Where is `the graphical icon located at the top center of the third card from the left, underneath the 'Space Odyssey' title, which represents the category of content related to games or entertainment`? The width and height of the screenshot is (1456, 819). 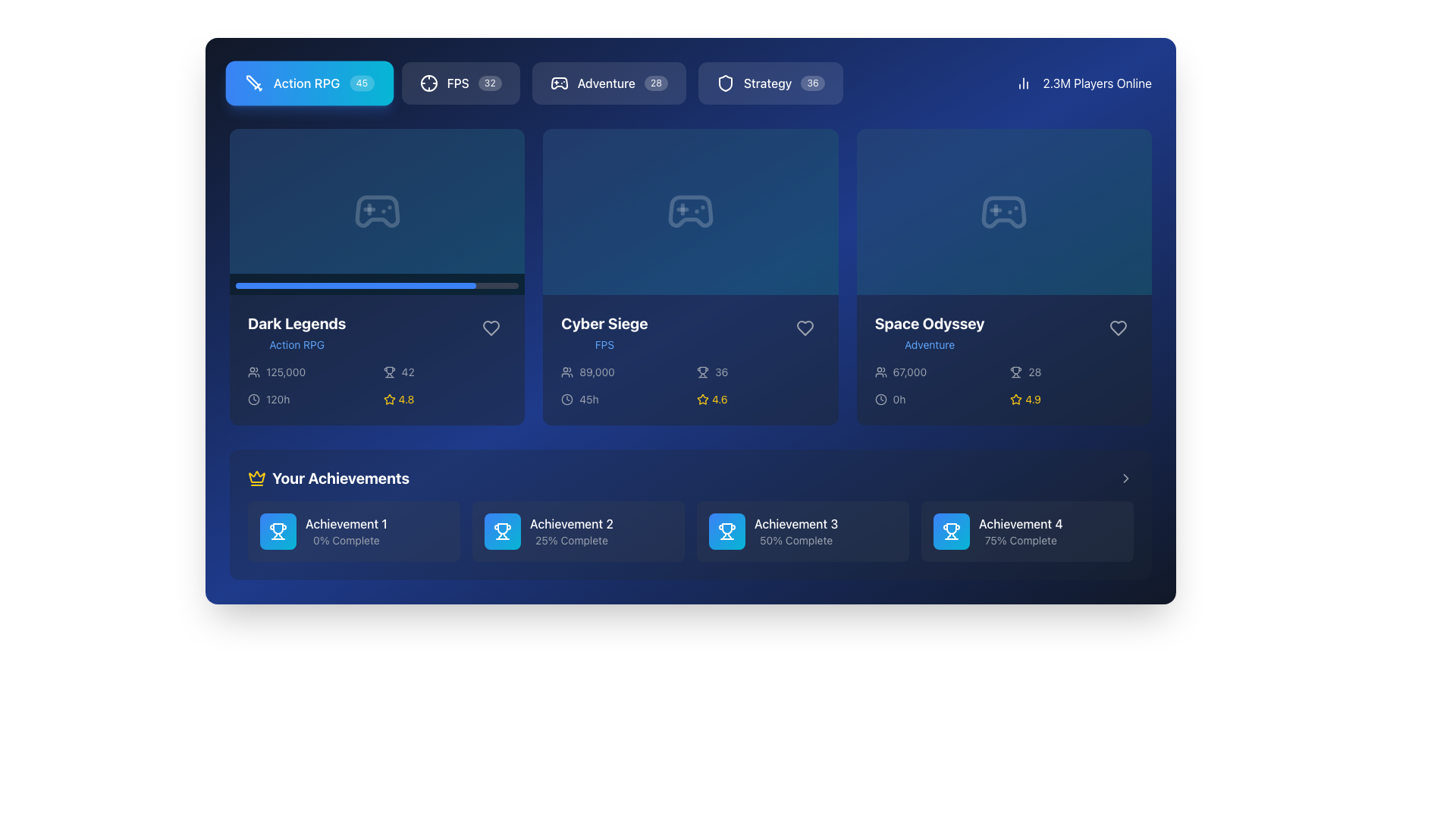 the graphical icon located at the top center of the third card from the left, underneath the 'Space Odyssey' title, which represents the category of content related to games or entertainment is located at coordinates (1004, 212).